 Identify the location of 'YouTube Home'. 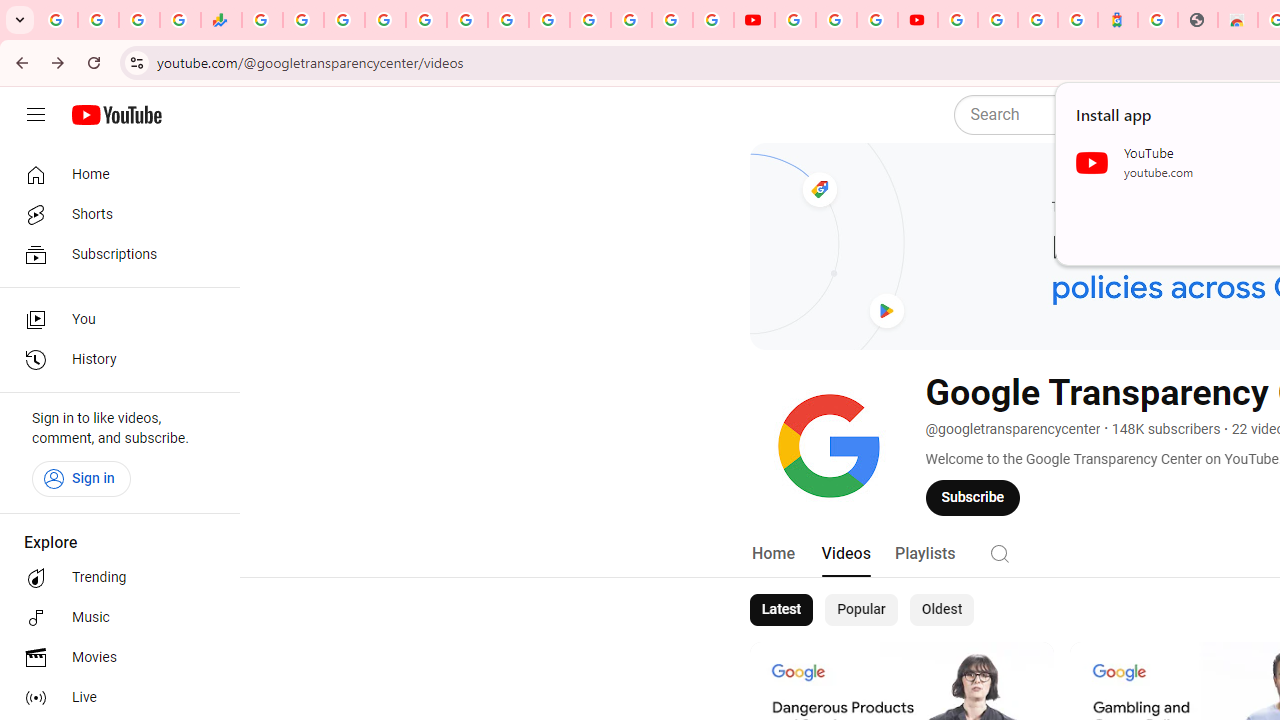
(115, 115).